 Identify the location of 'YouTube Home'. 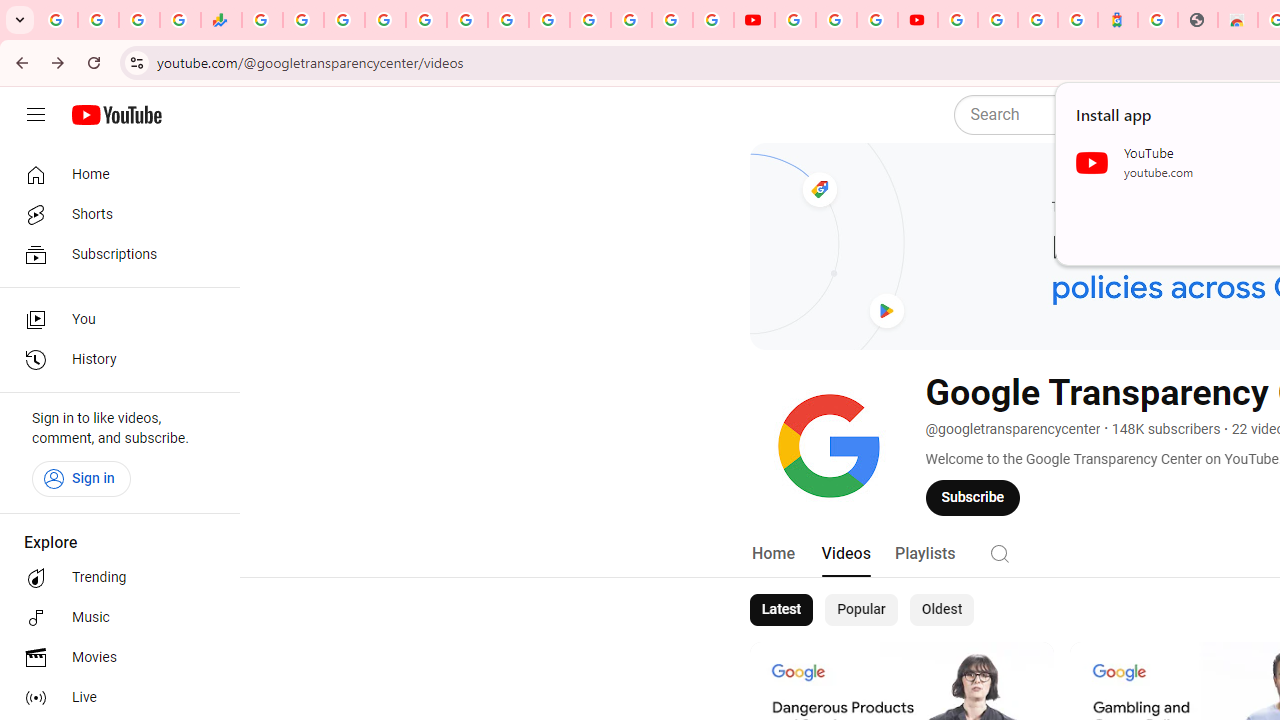
(115, 115).